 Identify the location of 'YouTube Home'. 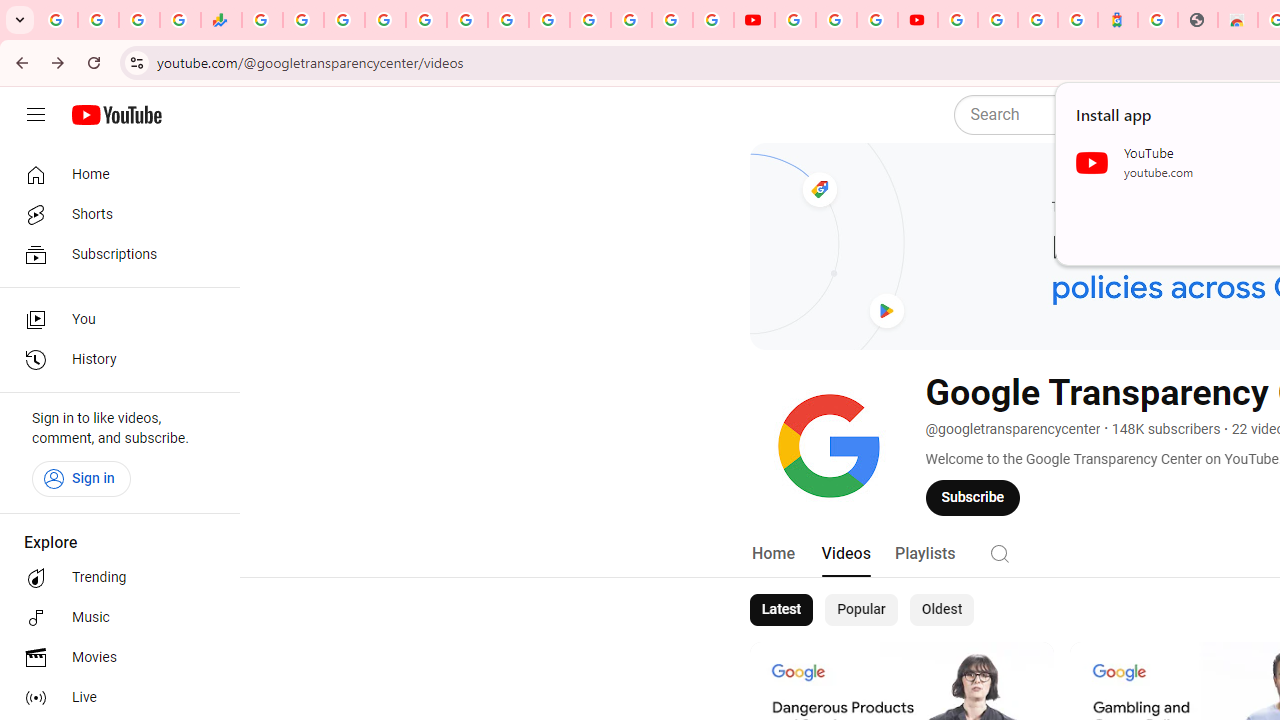
(115, 115).